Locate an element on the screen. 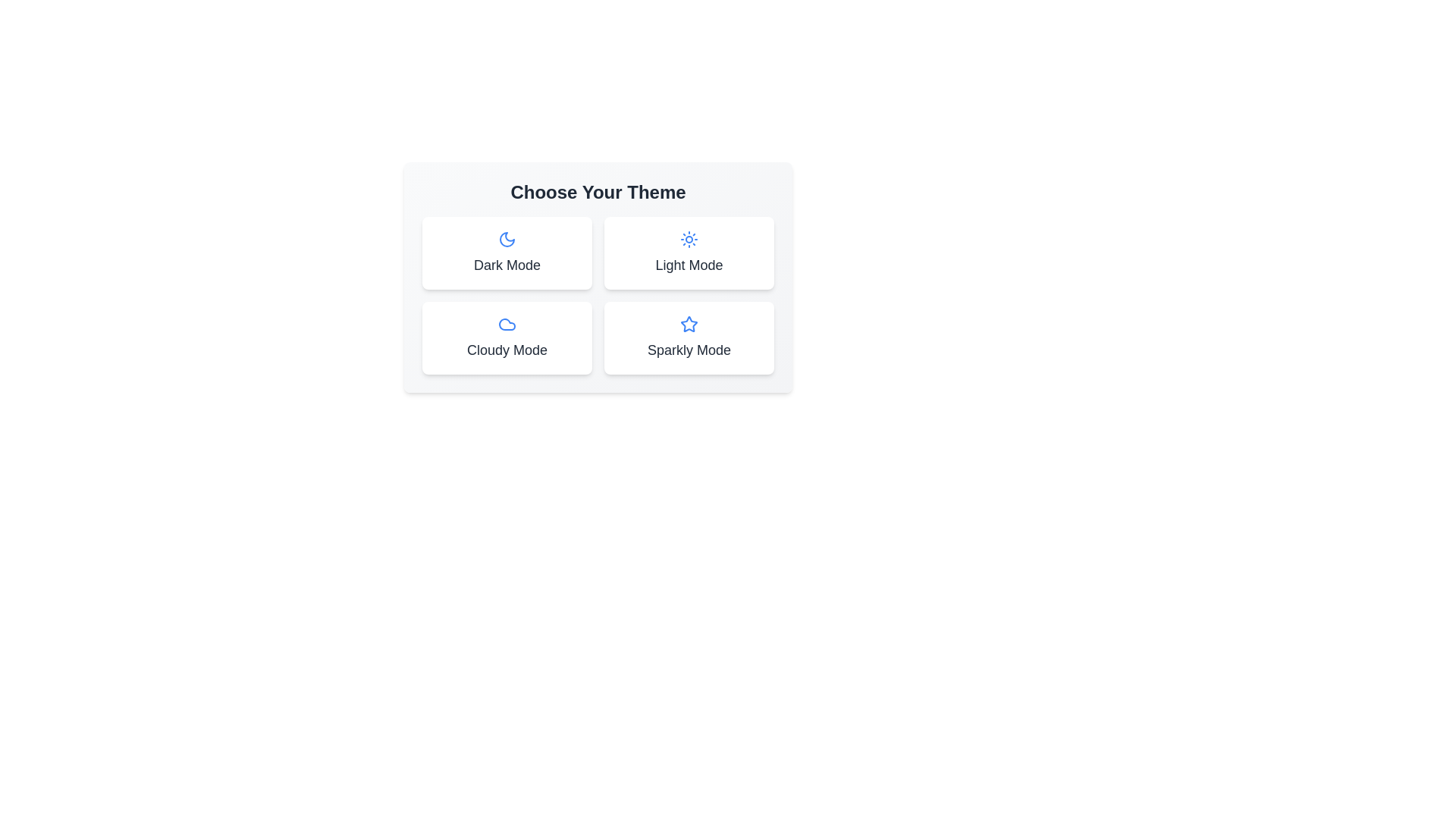 This screenshot has height=819, width=1456. the content of the 'Light Mode' text label, which is a large, bold, medium gray text located in the second card of the top row of theme options is located at coordinates (688, 265).